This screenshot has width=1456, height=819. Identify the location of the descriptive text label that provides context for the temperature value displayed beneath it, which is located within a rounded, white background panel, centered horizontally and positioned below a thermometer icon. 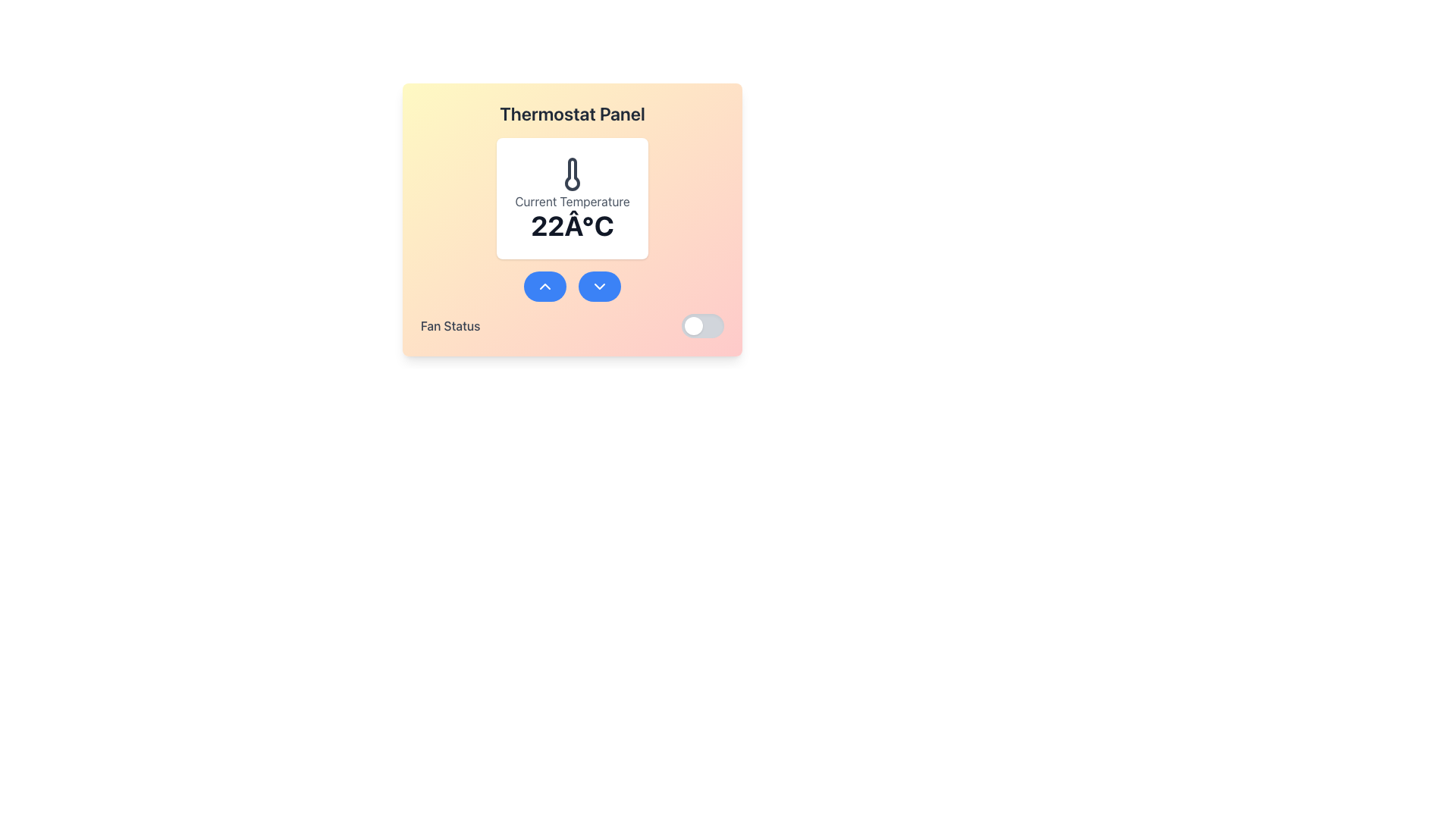
(571, 201).